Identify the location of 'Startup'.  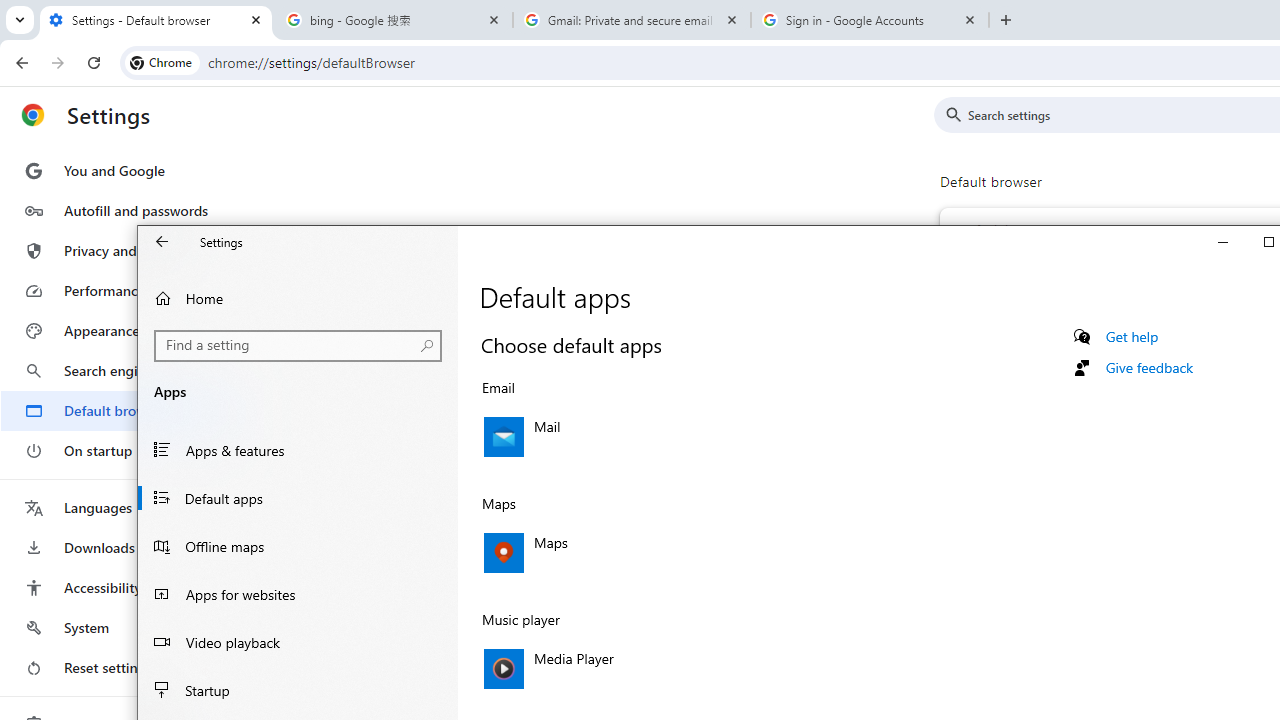
(297, 689).